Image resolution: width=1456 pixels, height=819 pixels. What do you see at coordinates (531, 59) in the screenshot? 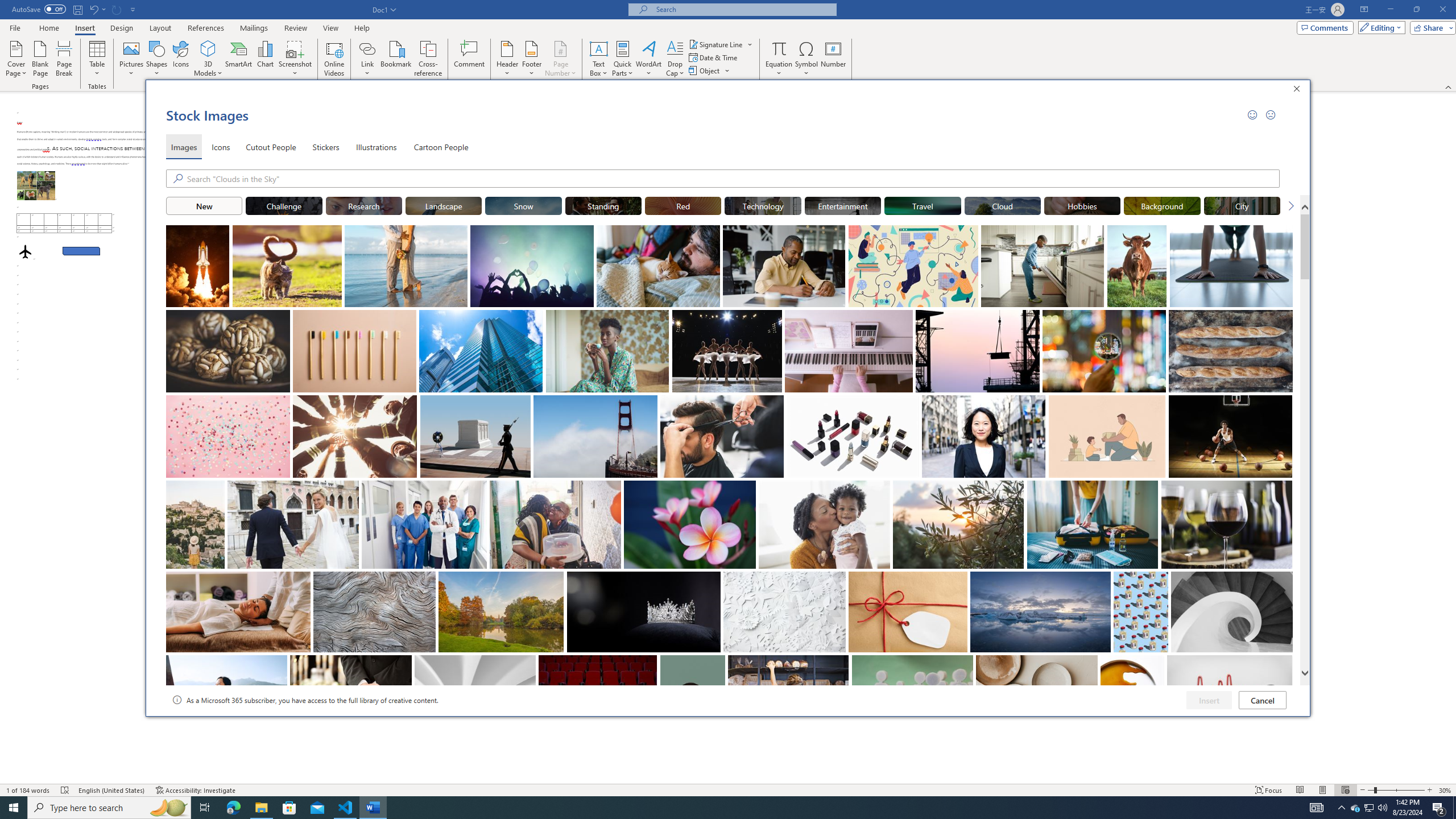
I see `'Footer'` at bounding box center [531, 59].